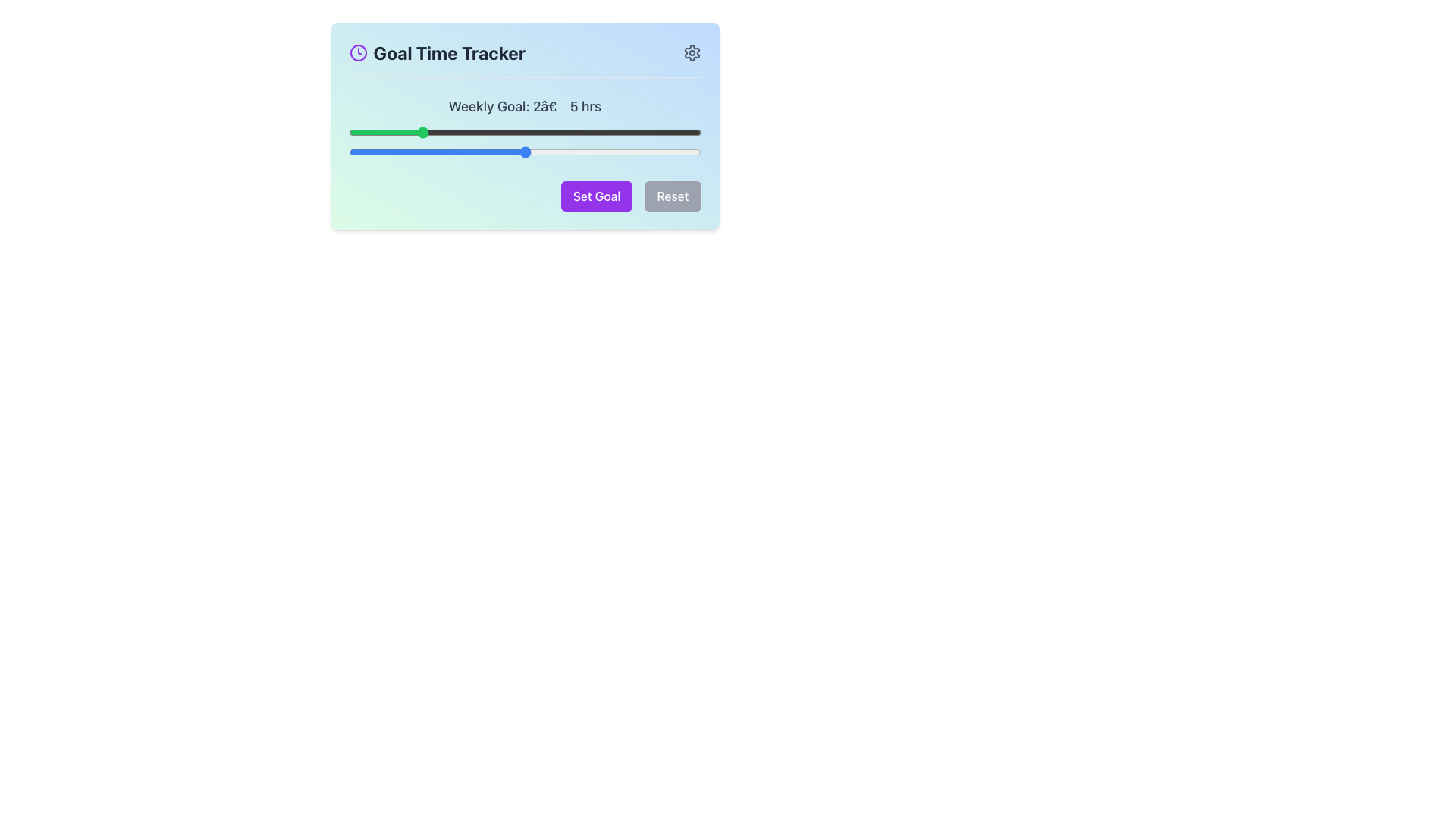  I want to click on the track of the Range Slider located under the 'Weekly Goal: 2–5 hrs' label to set the desired value, so click(525, 152).